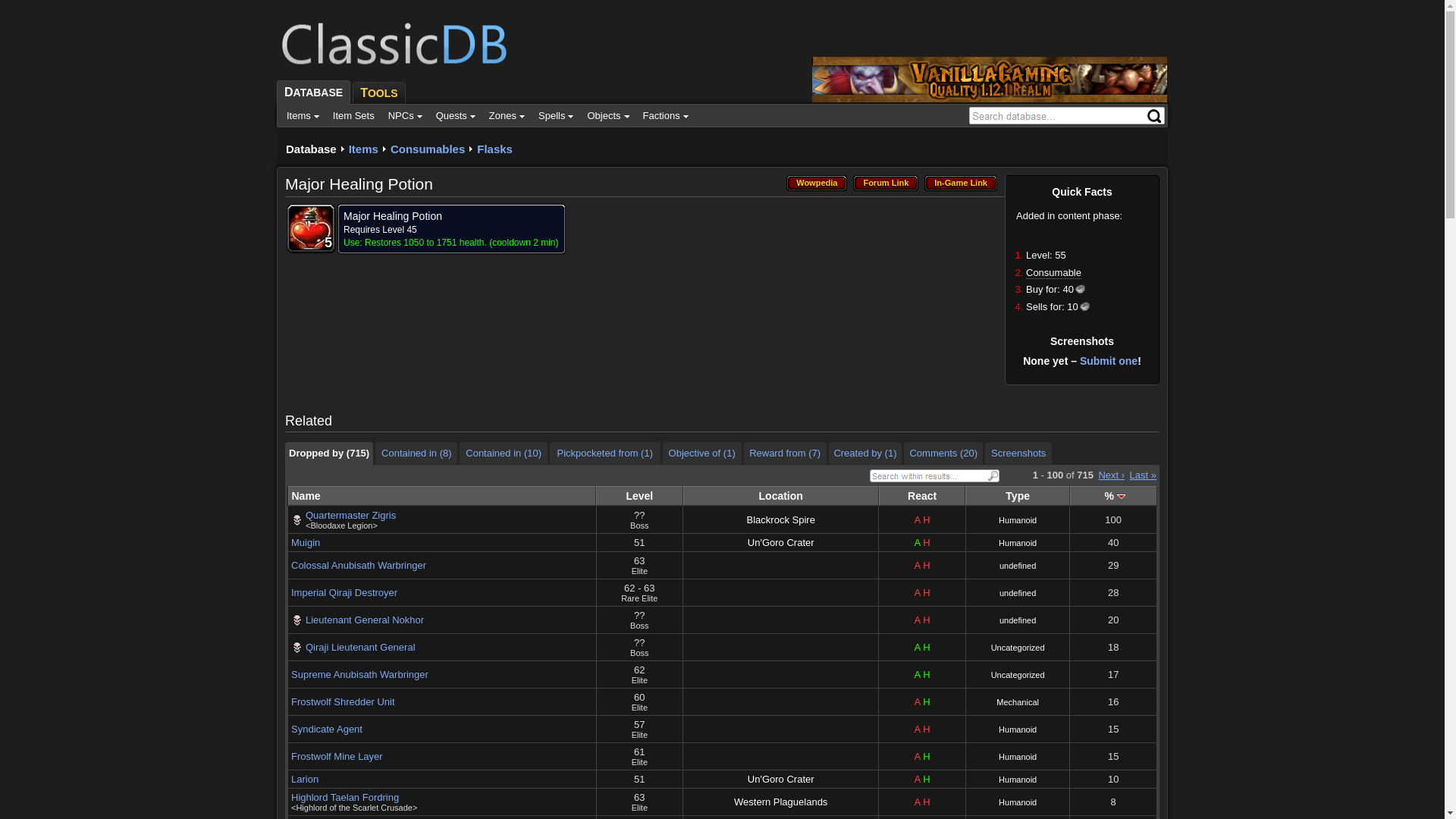 The image size is (1456, 819). I want to click on 'Comments (20)', so click(942, 452).